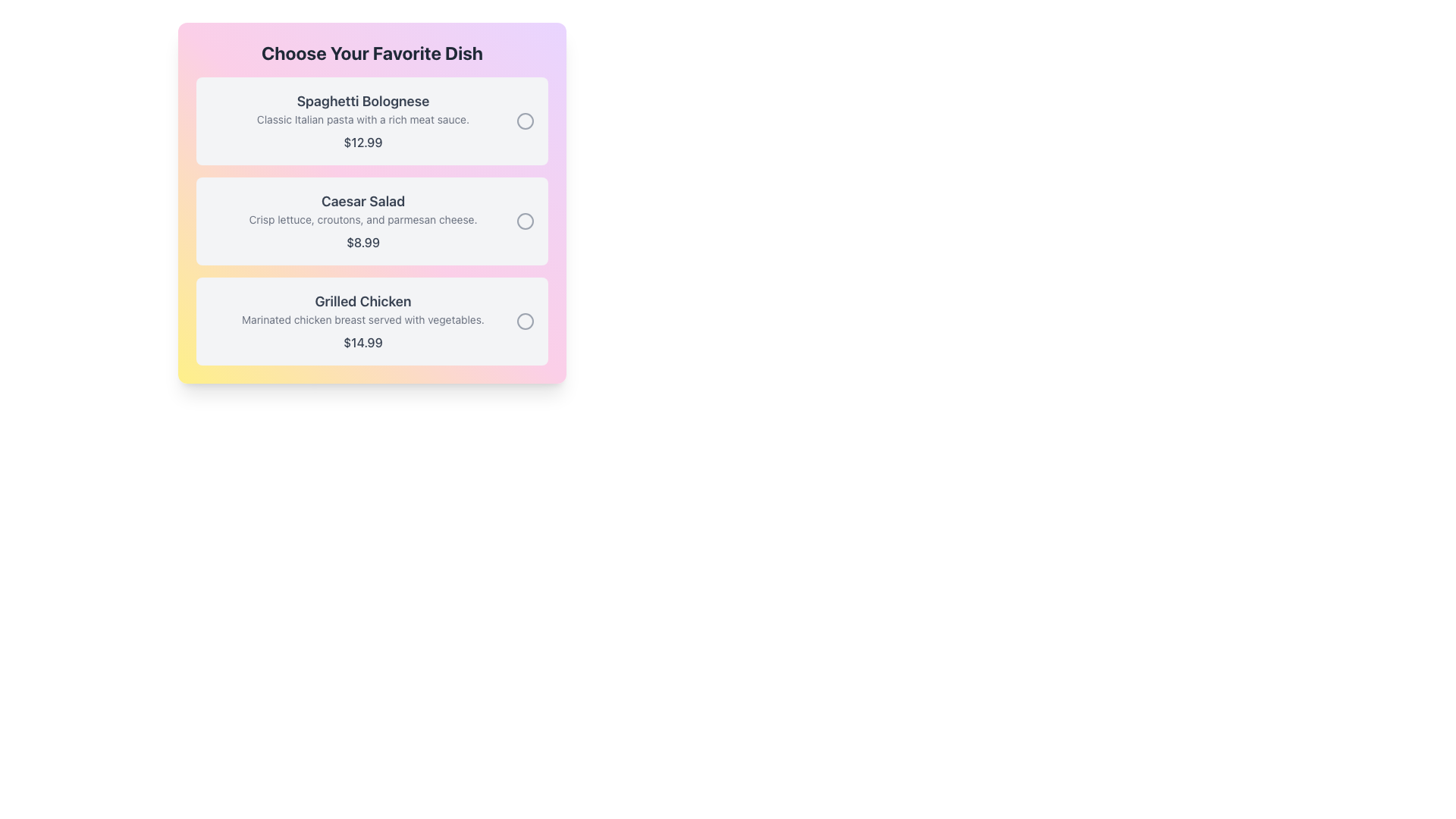 Image resolution: width=1456 pixels, height=819 pixels. Describe the element at coordinates (362, 143) in the screenshot. I see `price text located at the bottom of the 'Spaghetti Bolognese' dish group, directly beneath its description text` at that location.